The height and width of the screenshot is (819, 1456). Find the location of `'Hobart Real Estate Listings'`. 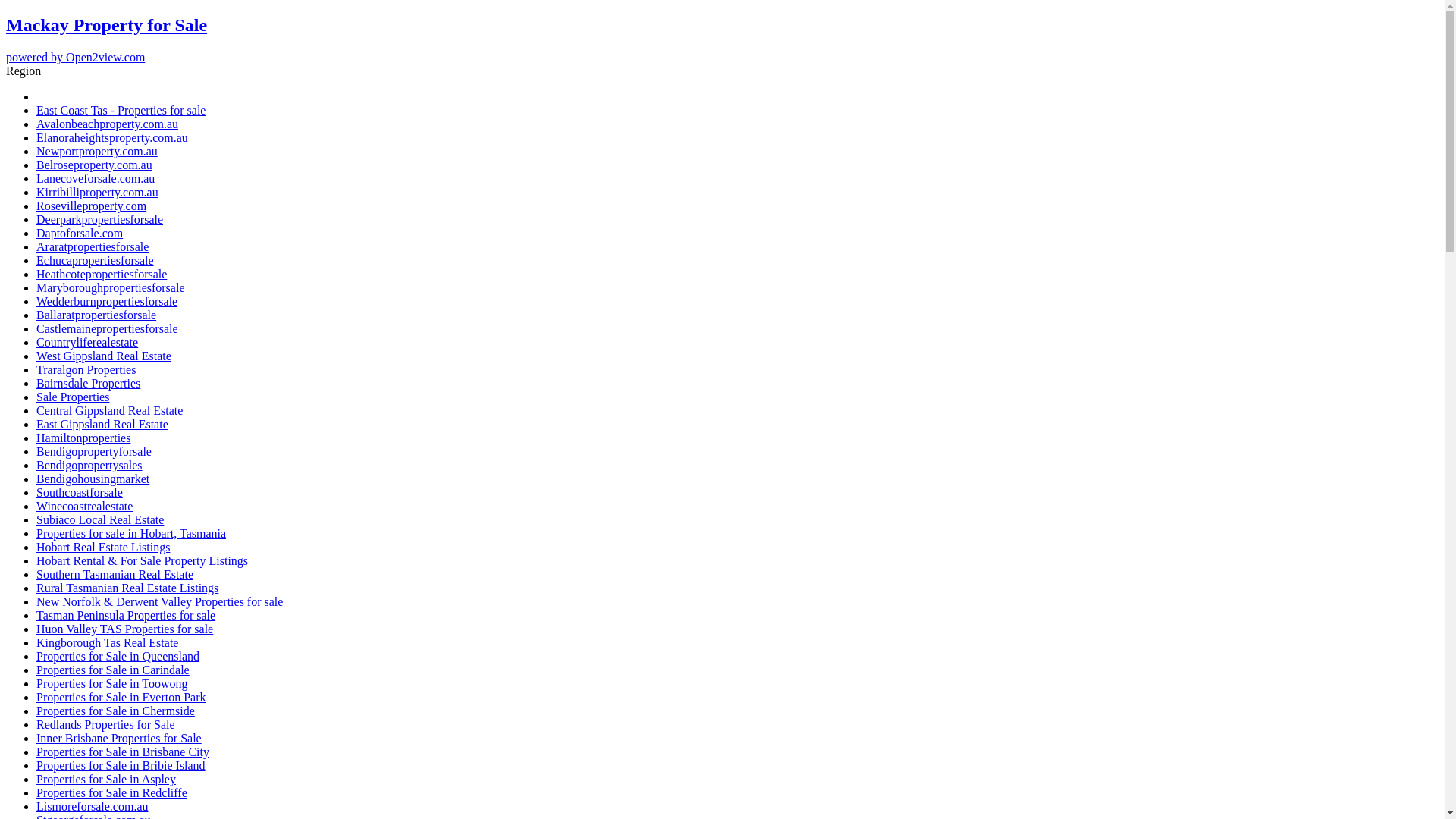

'Hobart Real Estate Listings' is located at coordinates (36, 547).